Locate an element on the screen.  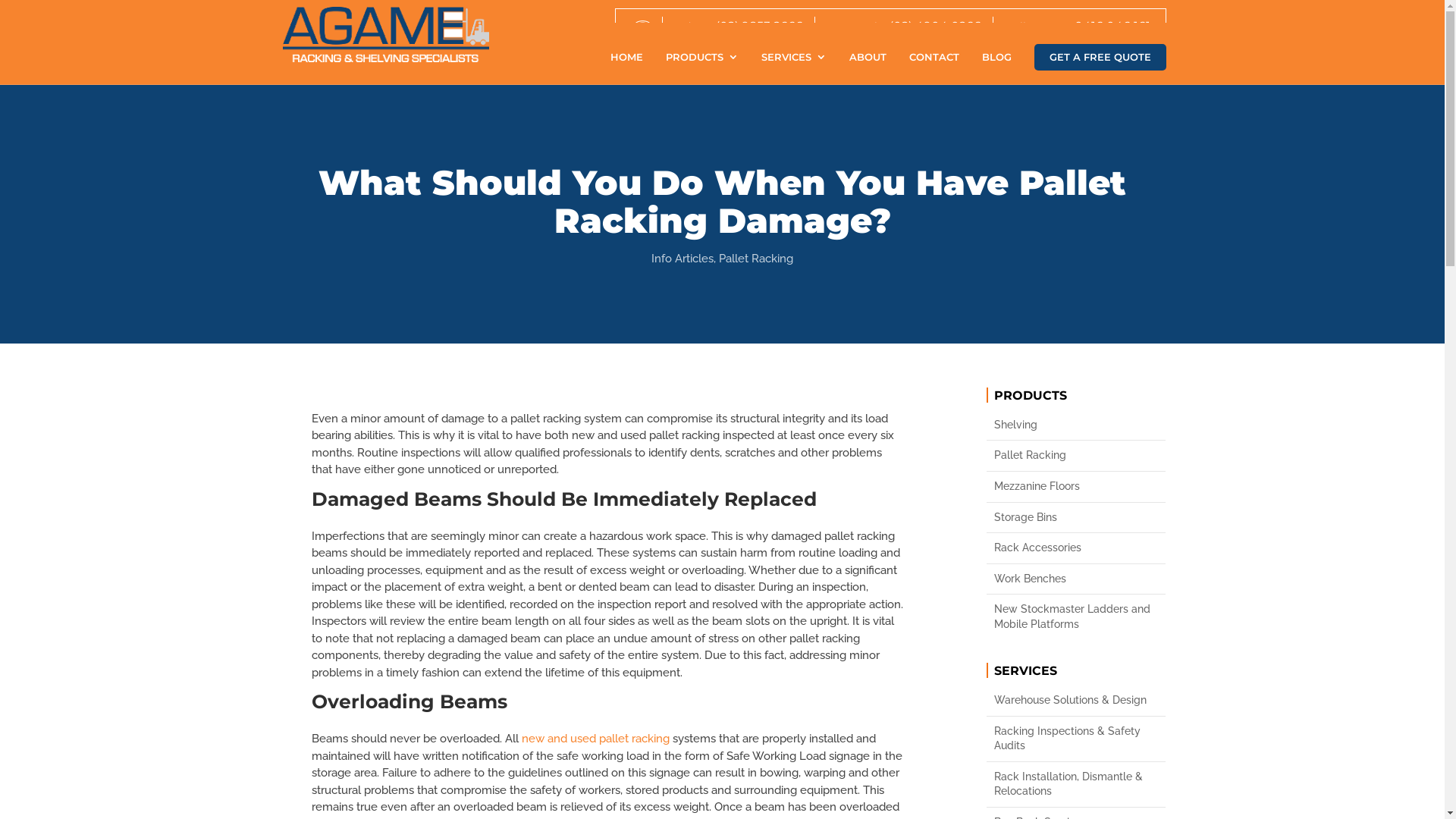
'Wollongong:' is located at coordinates (1034, 26).